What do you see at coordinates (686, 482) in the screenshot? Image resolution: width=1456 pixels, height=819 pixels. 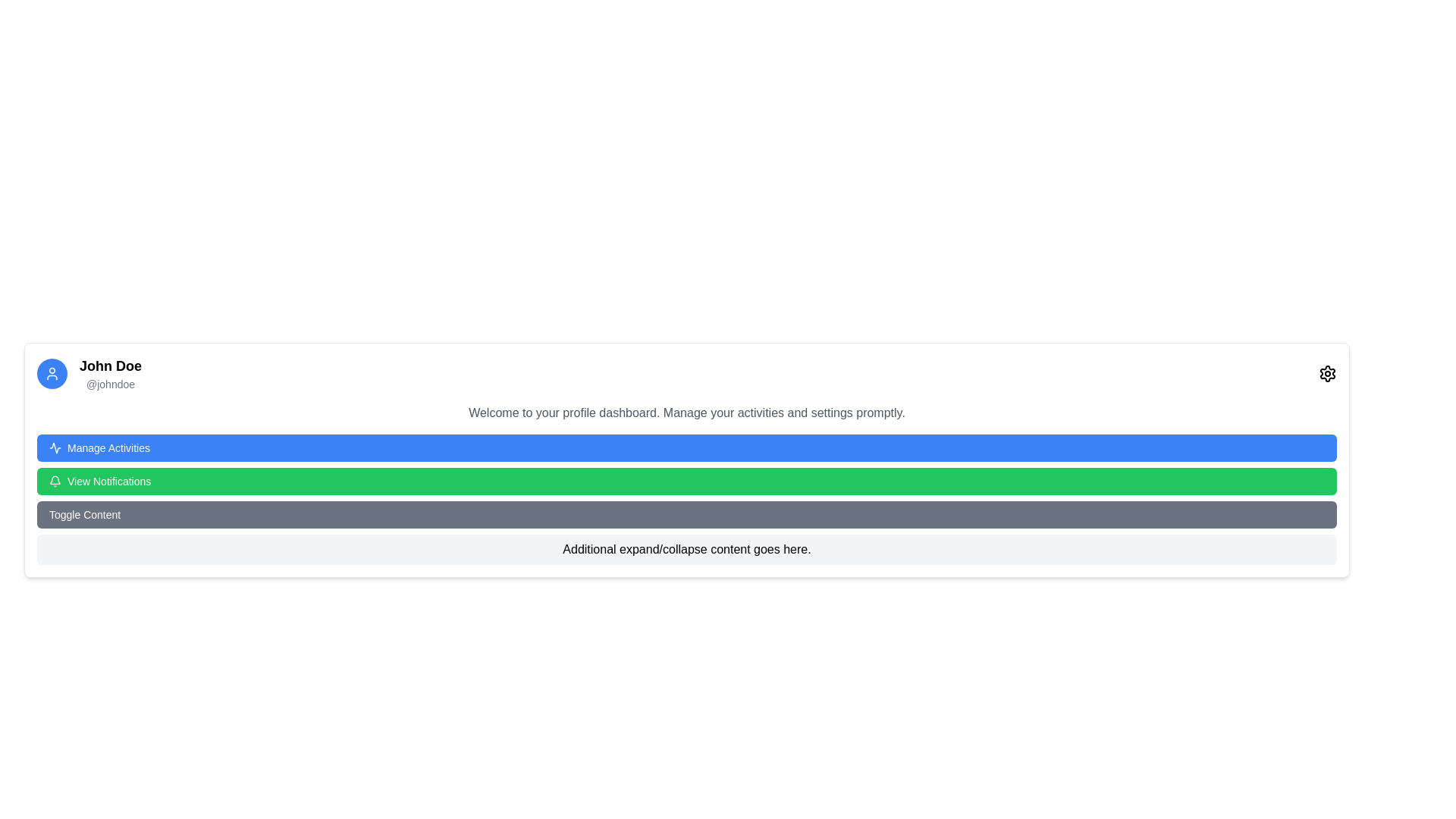 I see `the green button labeled 'View Notifications', which is located below the 'Manage Activities' button and above the 'Toggle Content' button` at bounding box center [686, 482].